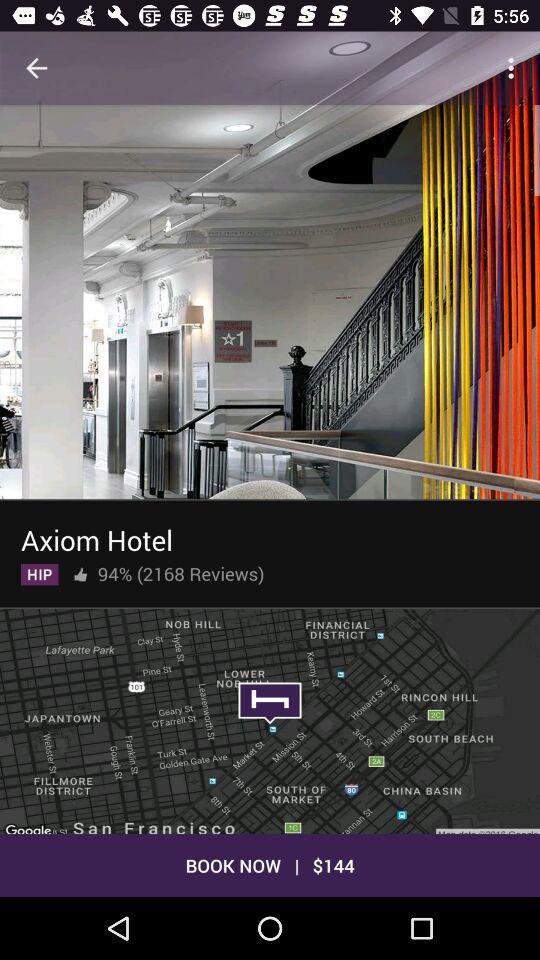  I want to click on icon at the top right corner, so click(513, 68).